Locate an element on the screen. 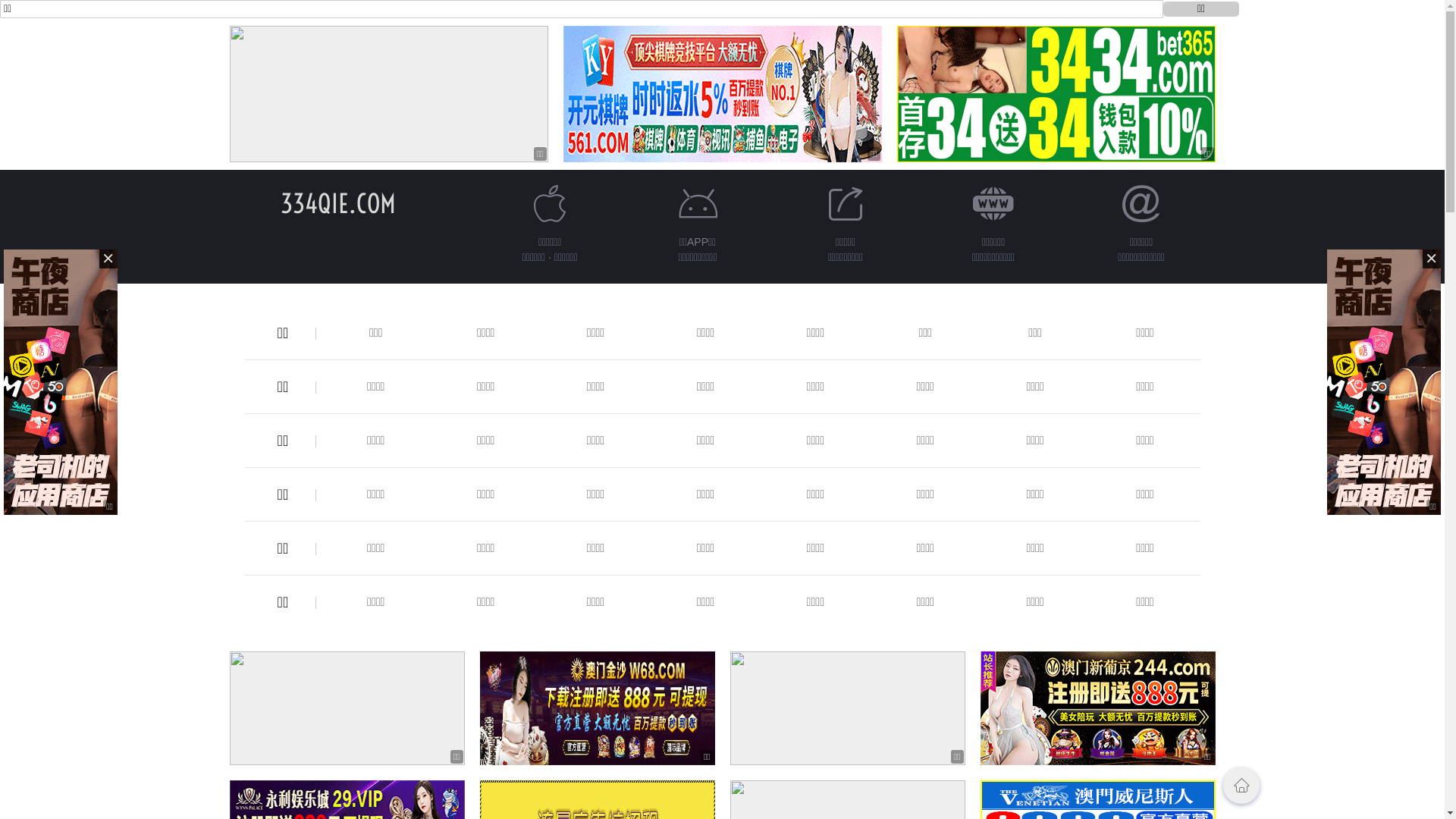 Image resolution: width=1456 pixels, height=819 pixels. '334QIE.COM' is located at coordinates (337, 202).